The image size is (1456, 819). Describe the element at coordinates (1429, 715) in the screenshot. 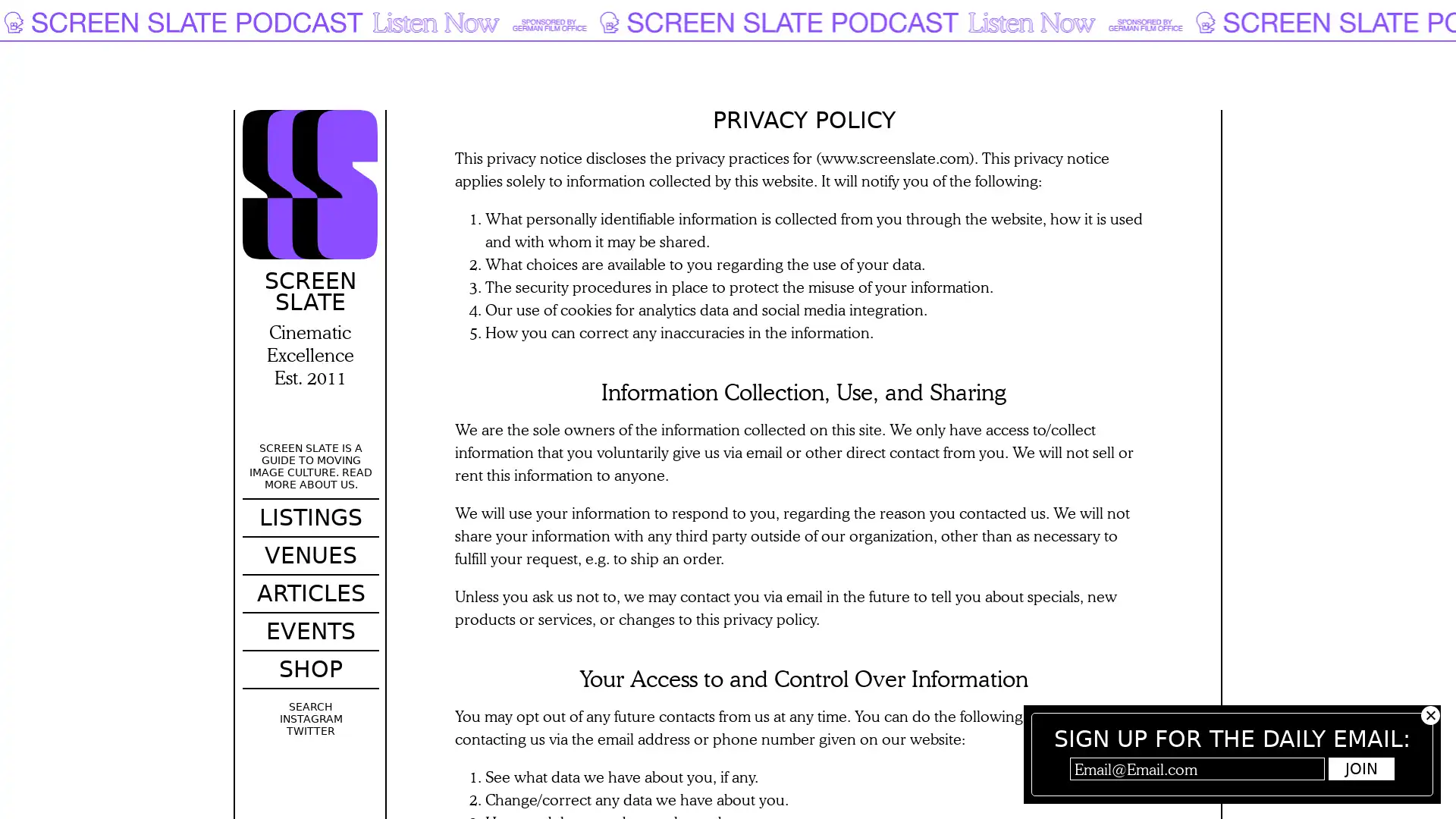

I see `Hide subscribe popup` at that location.